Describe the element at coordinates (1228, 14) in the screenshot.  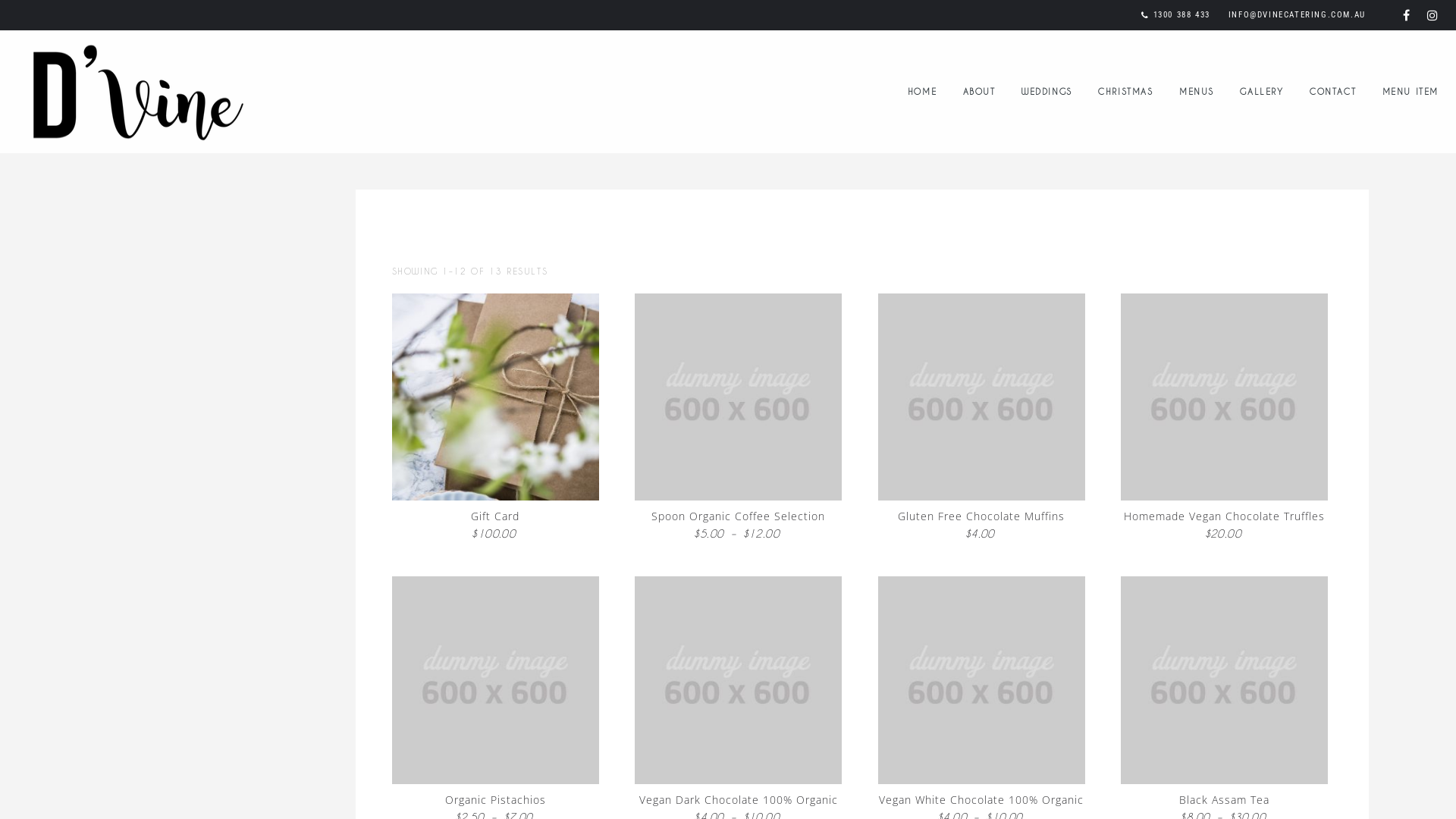
I see `'INFO@DVINECATERING.COM.AU'` at that location.